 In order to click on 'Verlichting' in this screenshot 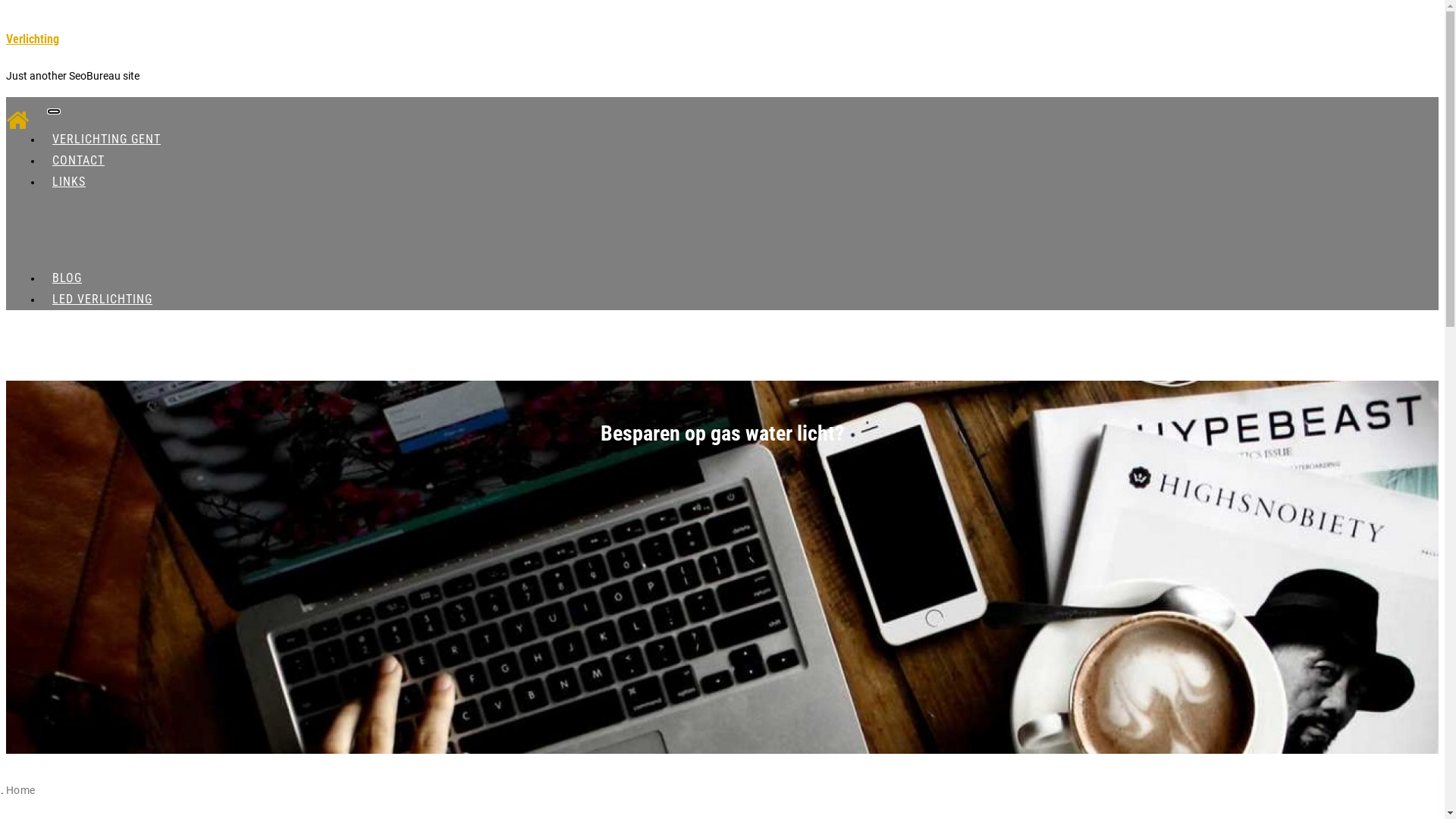, I will do `click(33, 38)`.